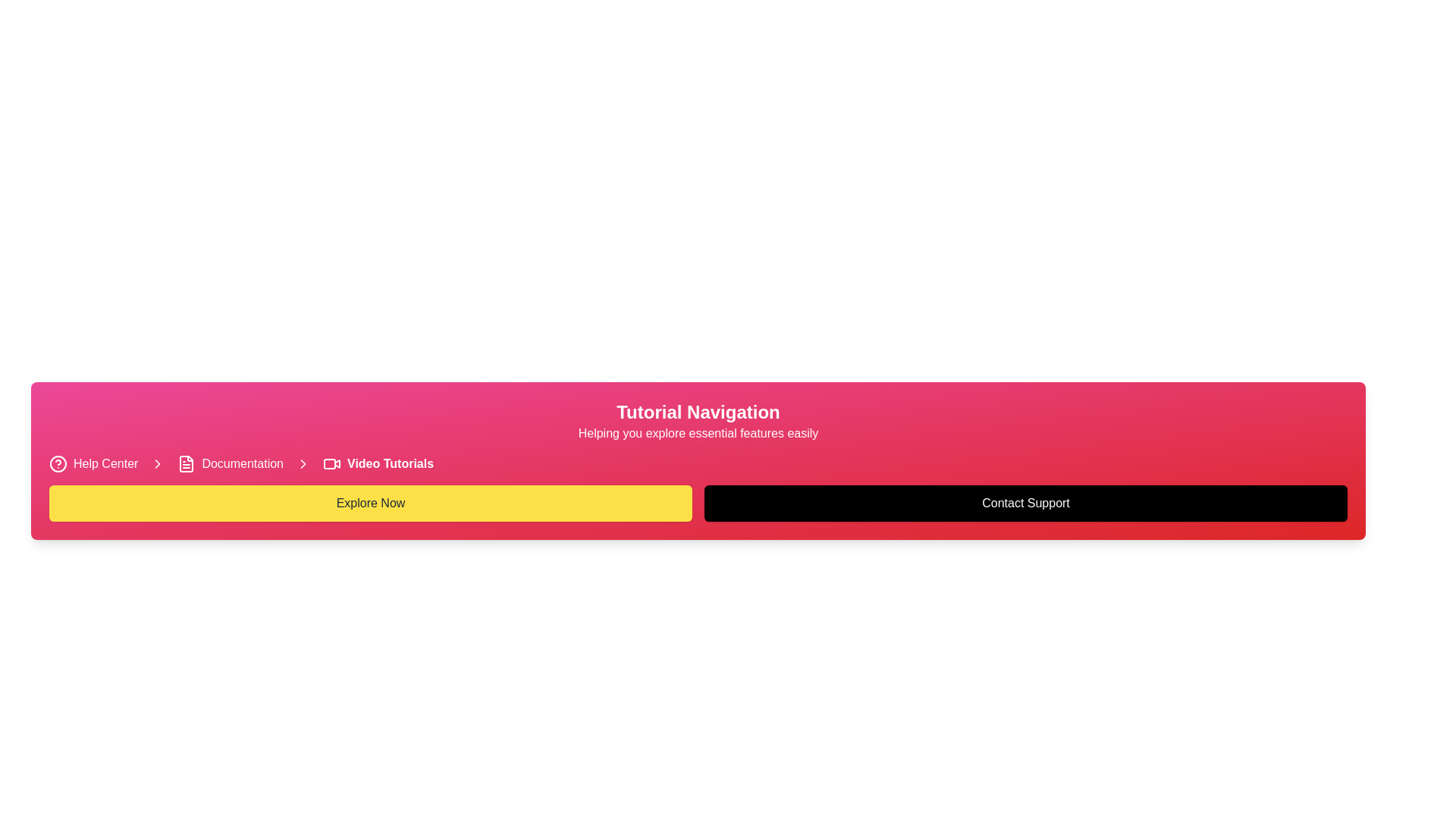  Describe the element at coordinates (391, 463) in the screenshot. I see `the text label displaying 'Video Tutorials', which is bold and white on a pink background, located in the breadcrumb navigation bar` at that location.